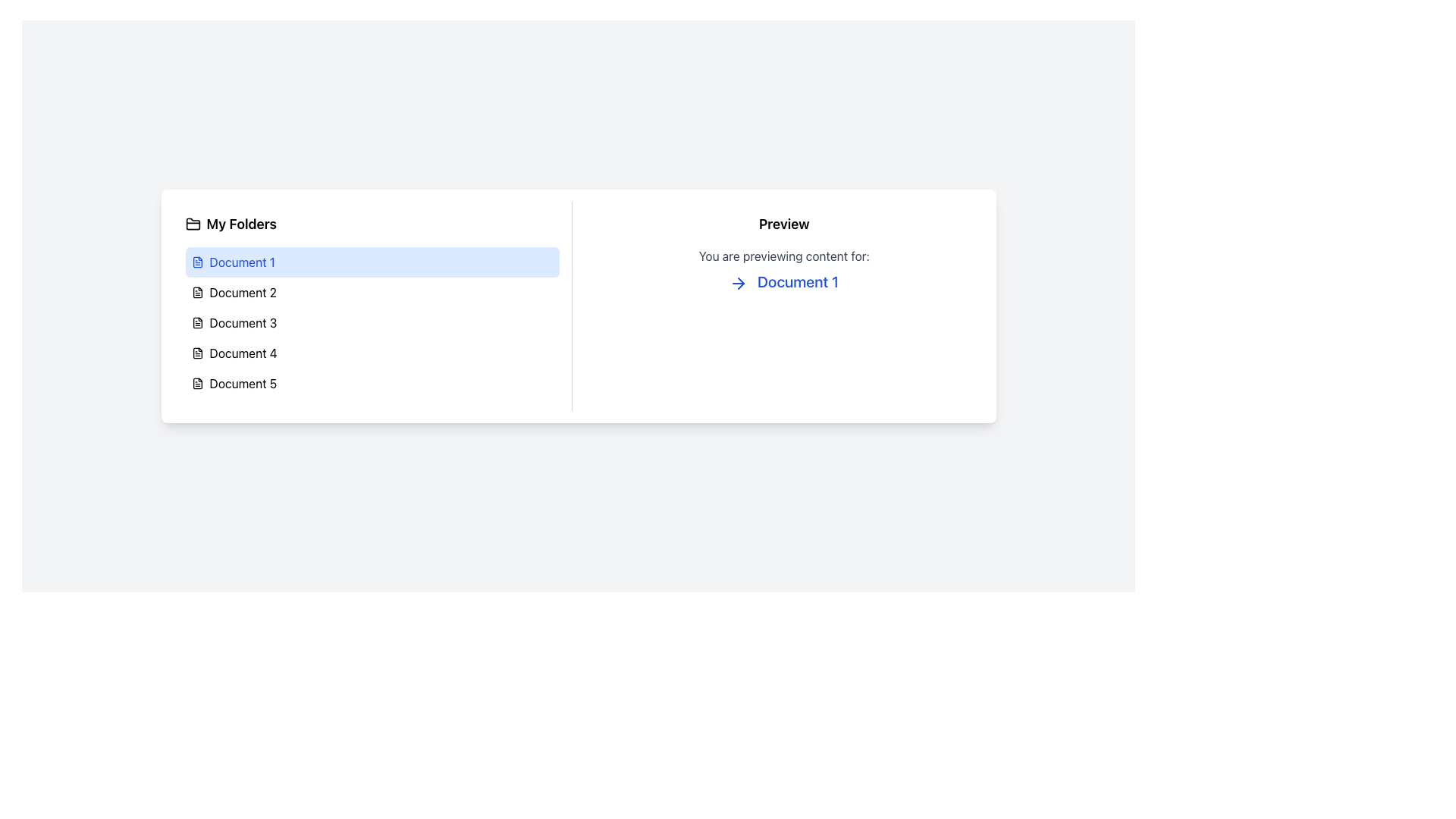 The height and width of the screenshot is (819, 1456). What do you see at coordinates (372, 353) in the screenshot?
I see `the fourth list item labeled 'Document 4' in the 'My Folders' panel` at bounding box center [372, 353].